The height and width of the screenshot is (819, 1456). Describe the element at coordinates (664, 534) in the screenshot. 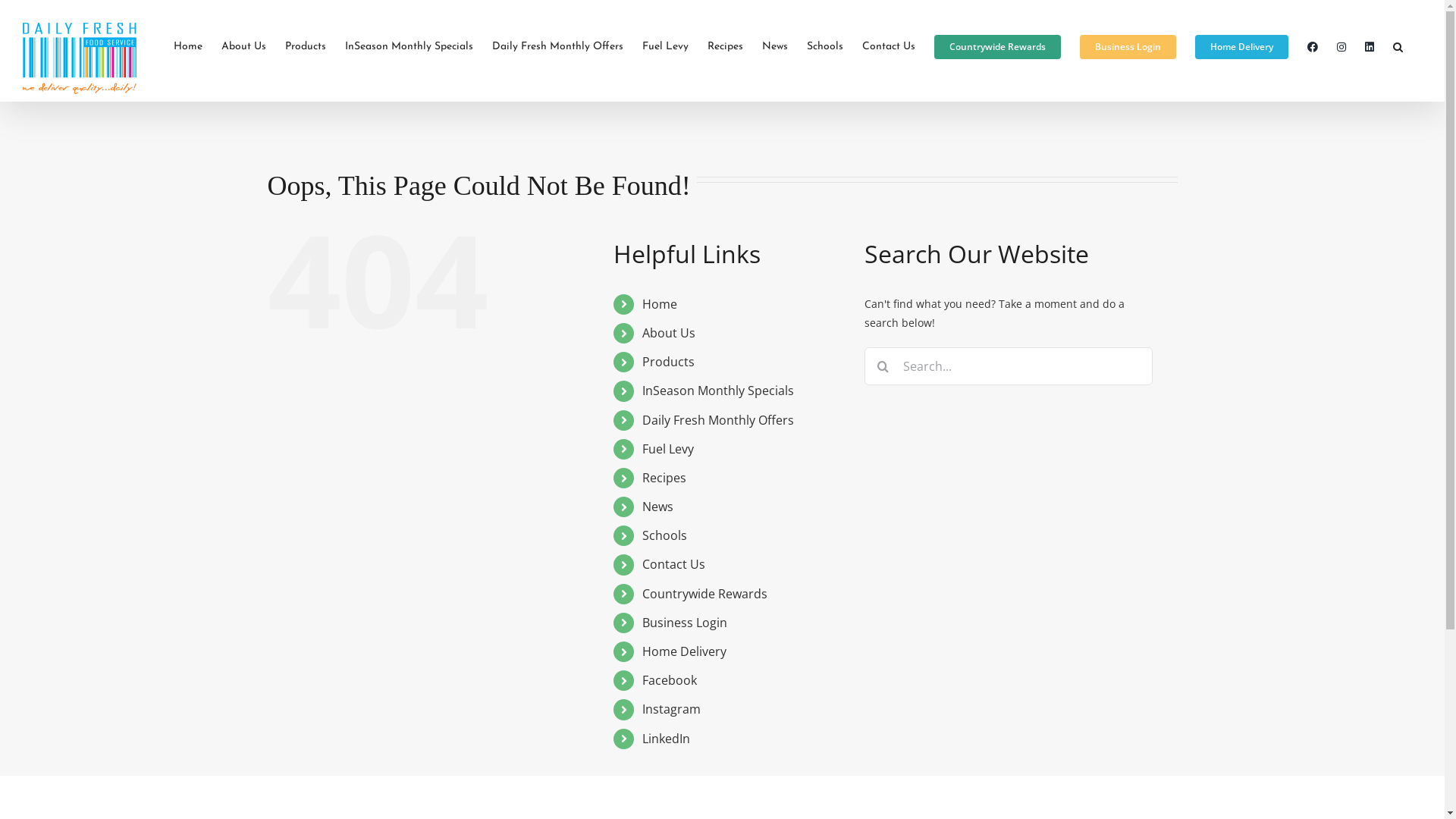

I see `'Schools'` at that location.